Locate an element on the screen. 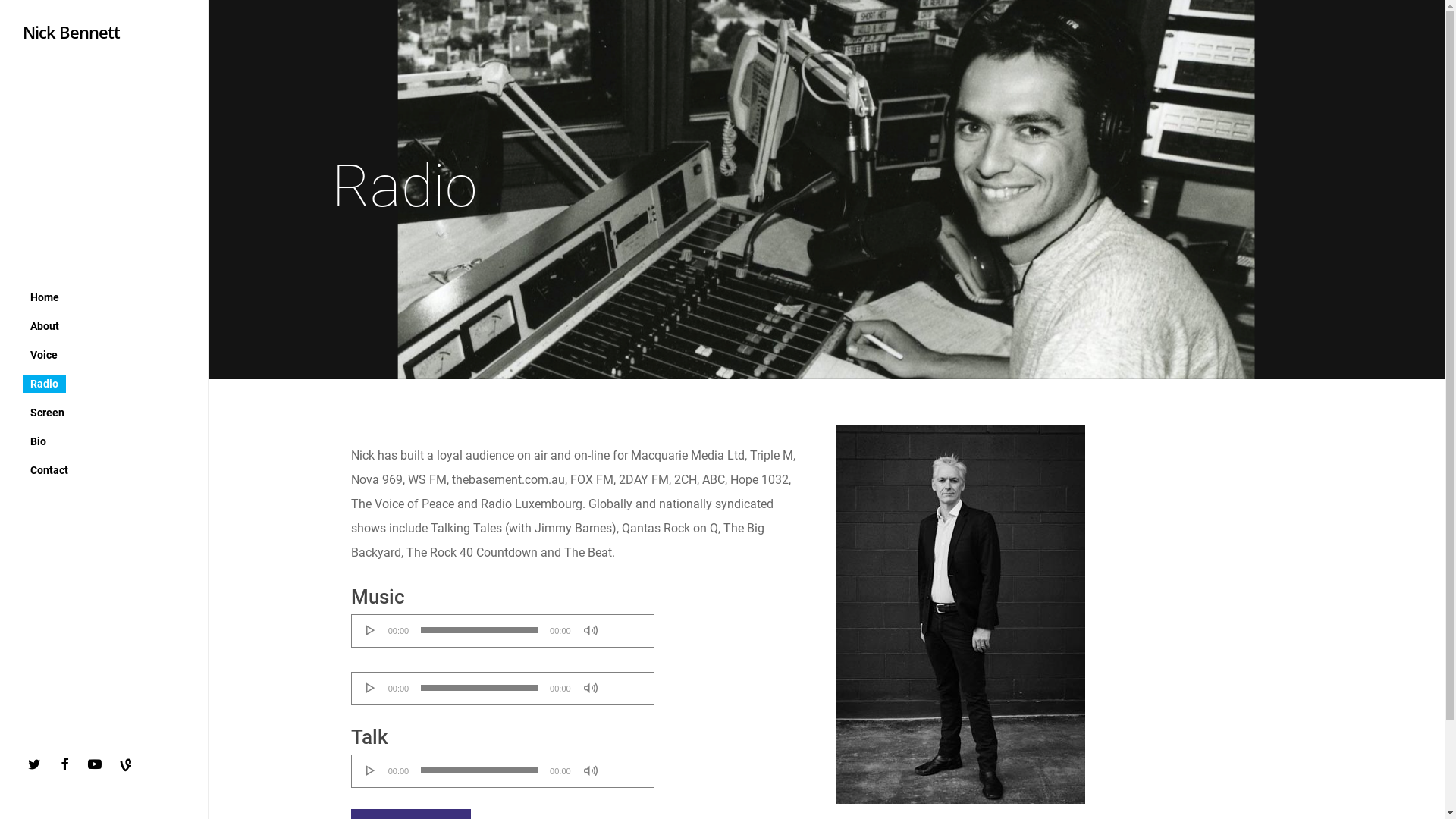 The height and width of the screenshot is (819, 1456). 'Home' is located at coordinates (44, 296).